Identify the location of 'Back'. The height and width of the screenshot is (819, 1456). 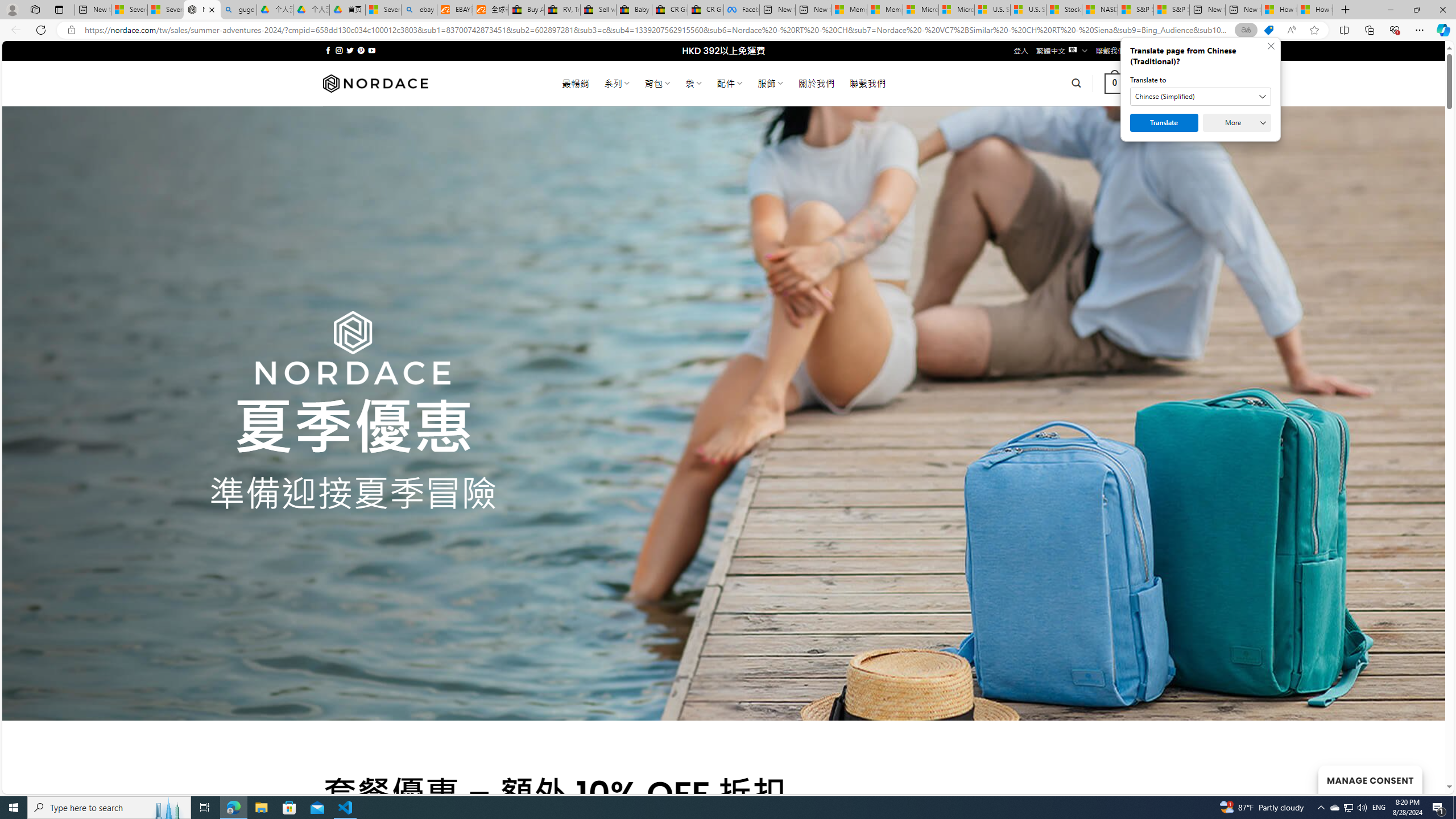
(14, 29).